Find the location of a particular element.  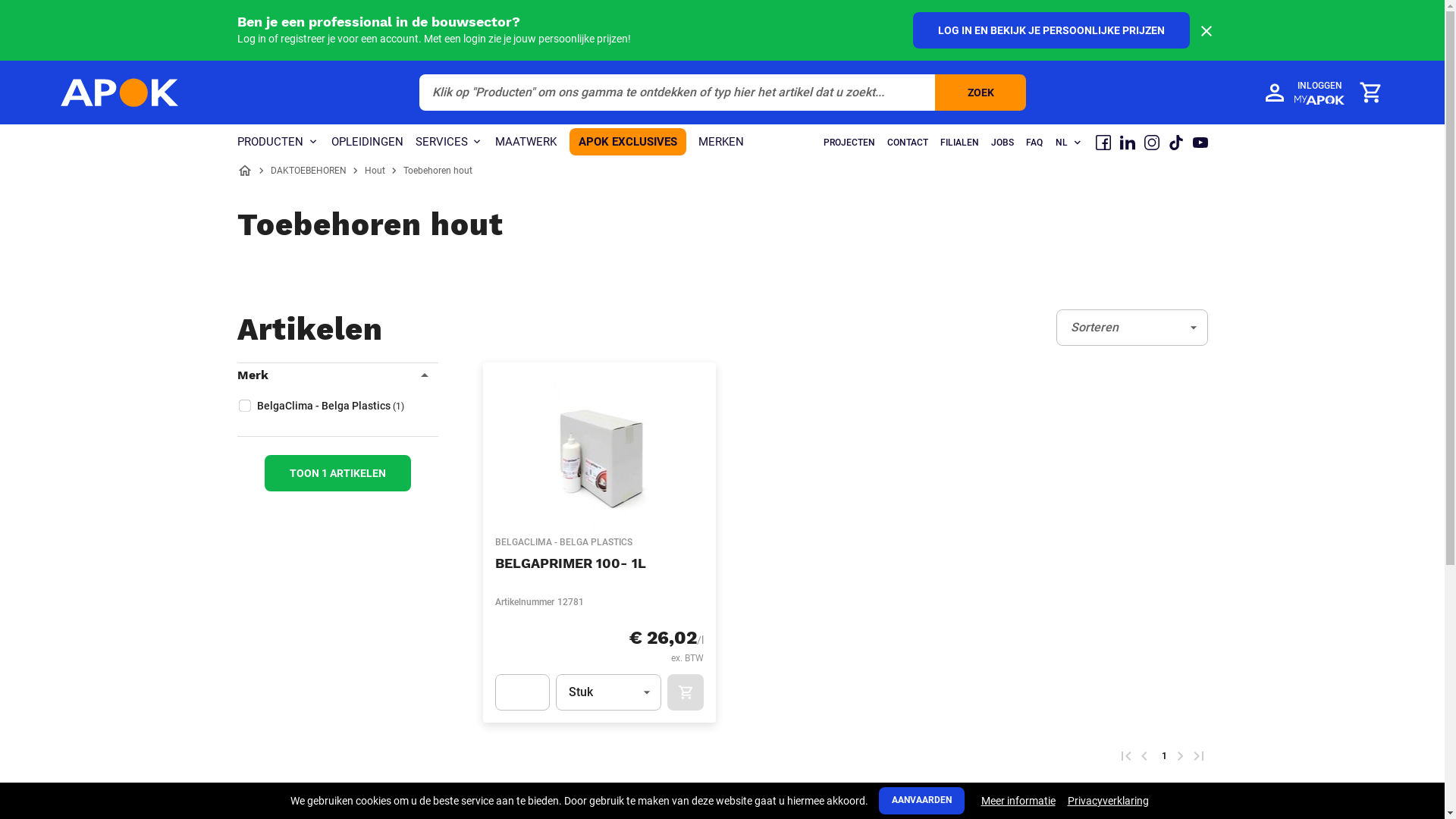

'MAATWERK' is located at coordinates (525, 142).